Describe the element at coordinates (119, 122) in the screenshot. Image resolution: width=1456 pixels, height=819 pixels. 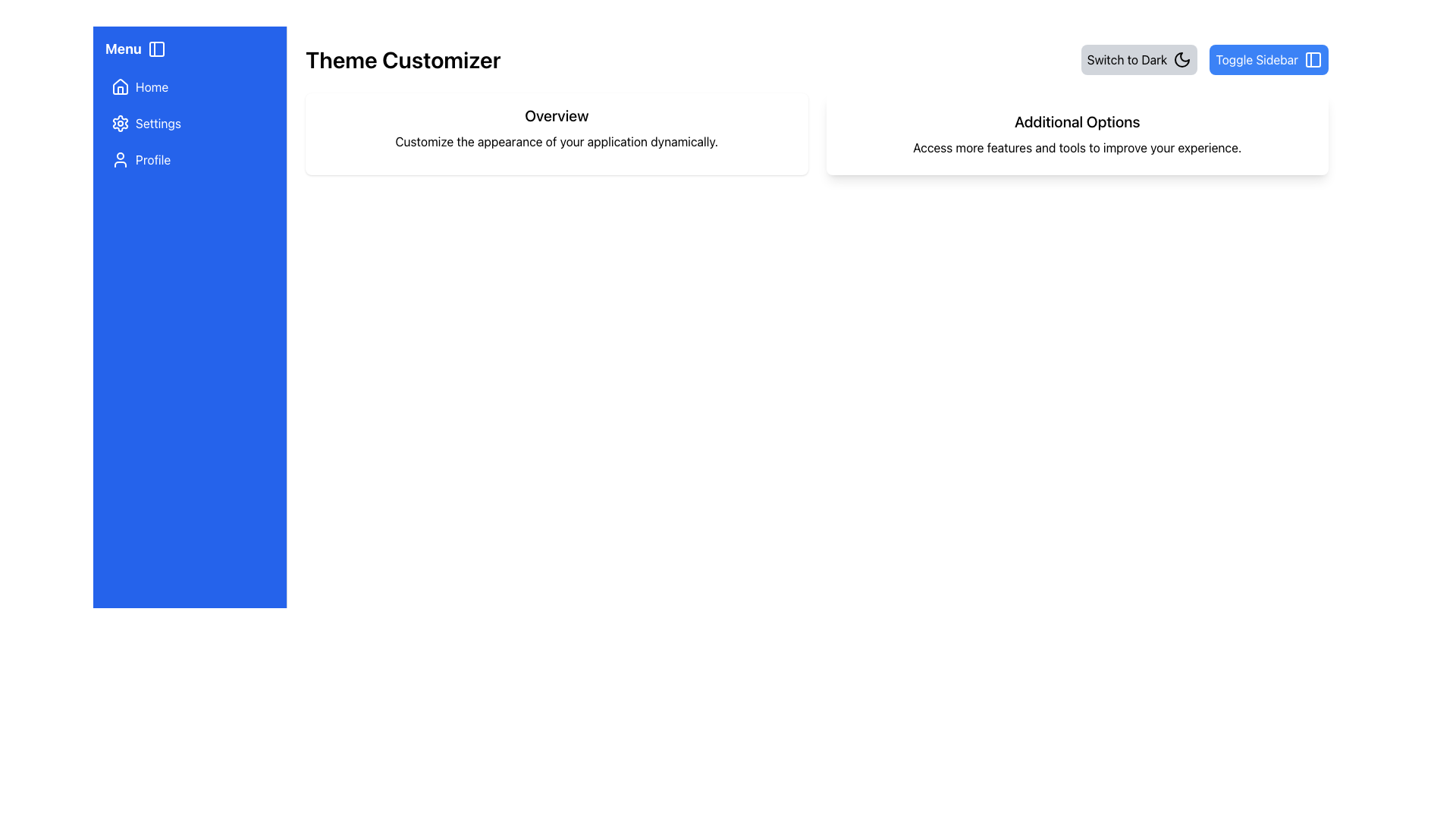
I see `the 'Settings' icon in the vertical navigation bar located on the left side of the interface` at that location.